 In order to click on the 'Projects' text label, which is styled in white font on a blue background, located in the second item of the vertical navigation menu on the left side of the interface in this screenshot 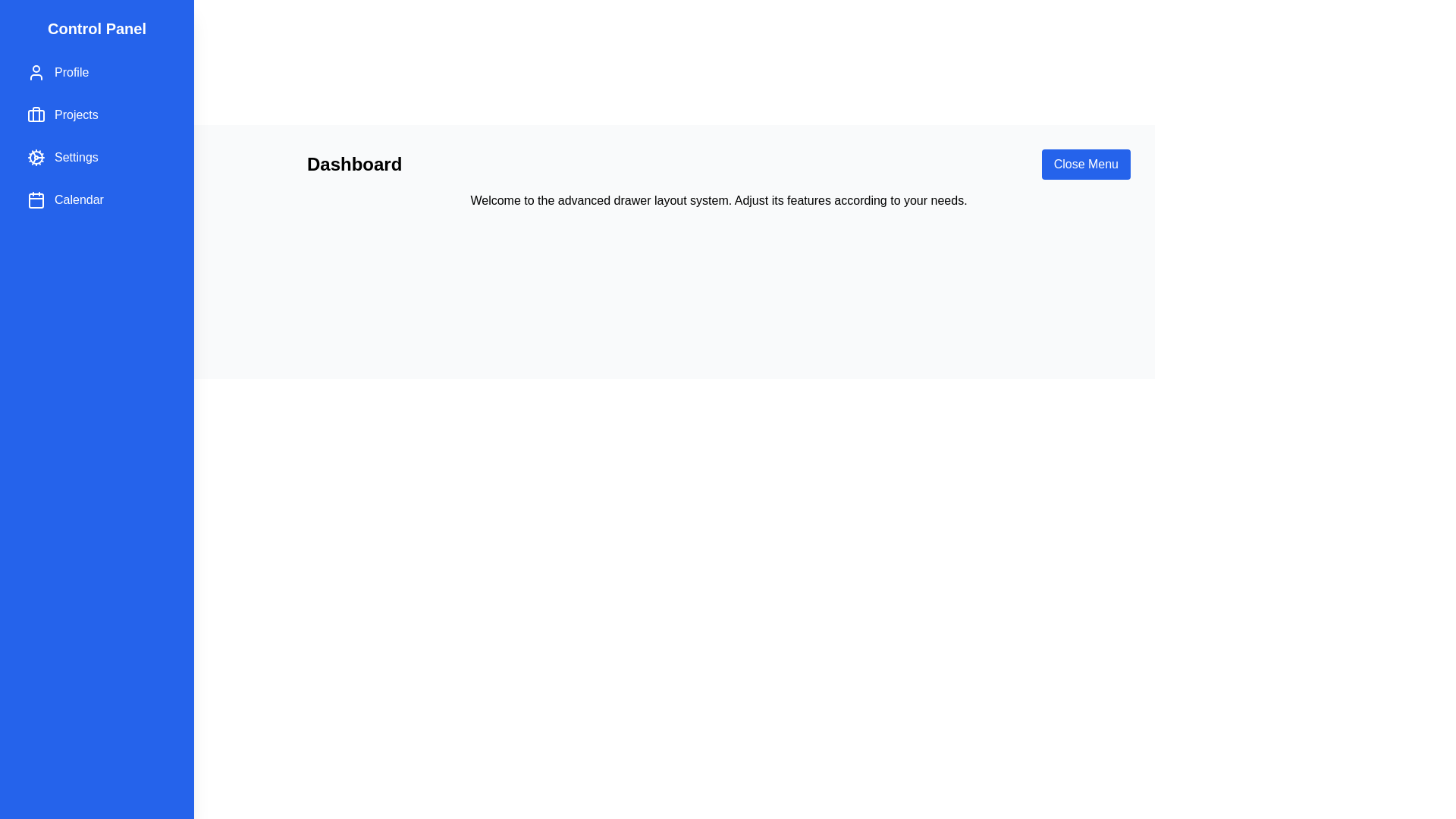, I will do `click(75, 114)`.